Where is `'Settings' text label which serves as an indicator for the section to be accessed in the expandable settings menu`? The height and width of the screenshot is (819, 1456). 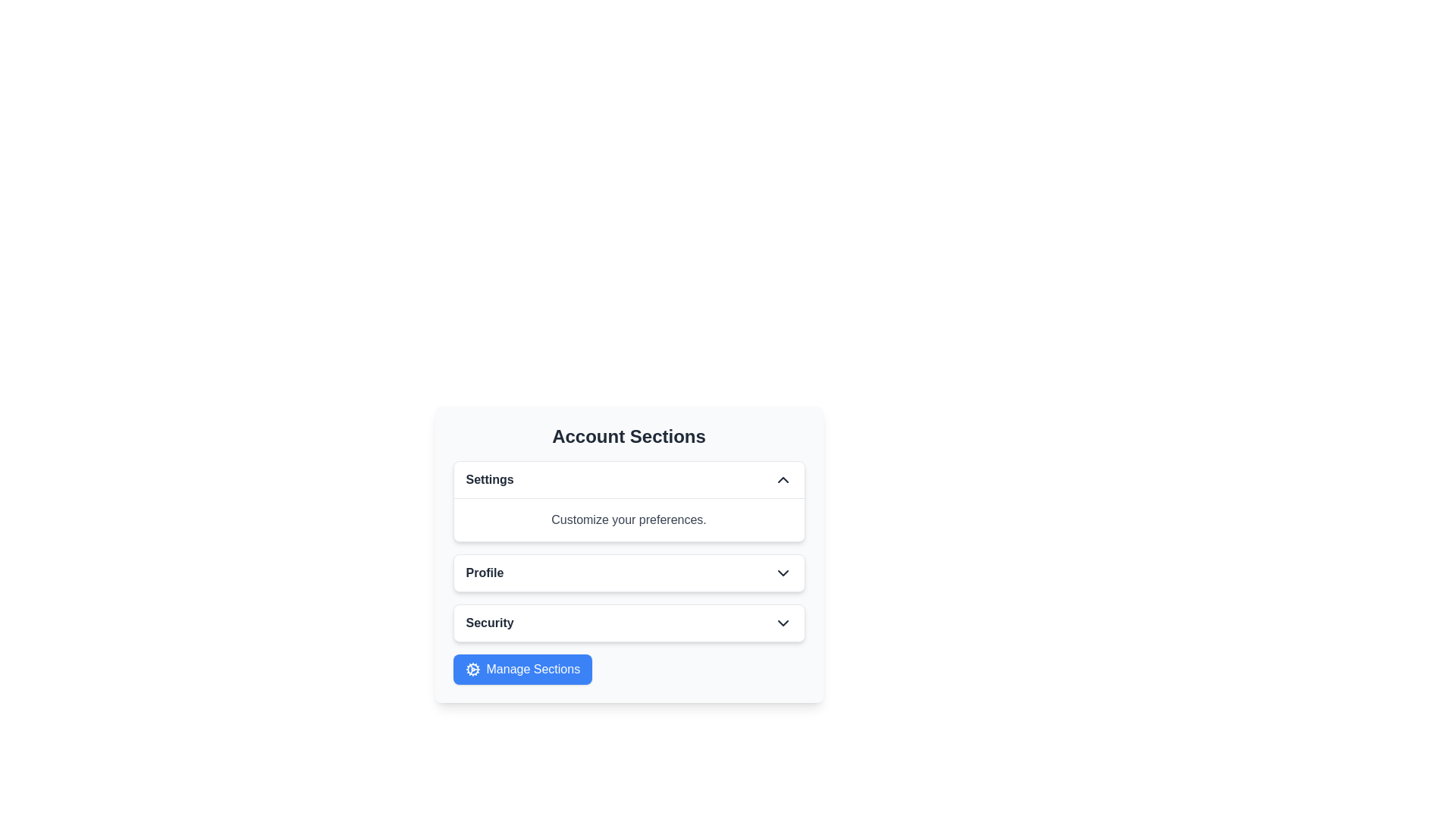
'Settings' text label which serves as an indicator for the section to be accessed in the expandable settings menu is located at coordinates (490, 479).